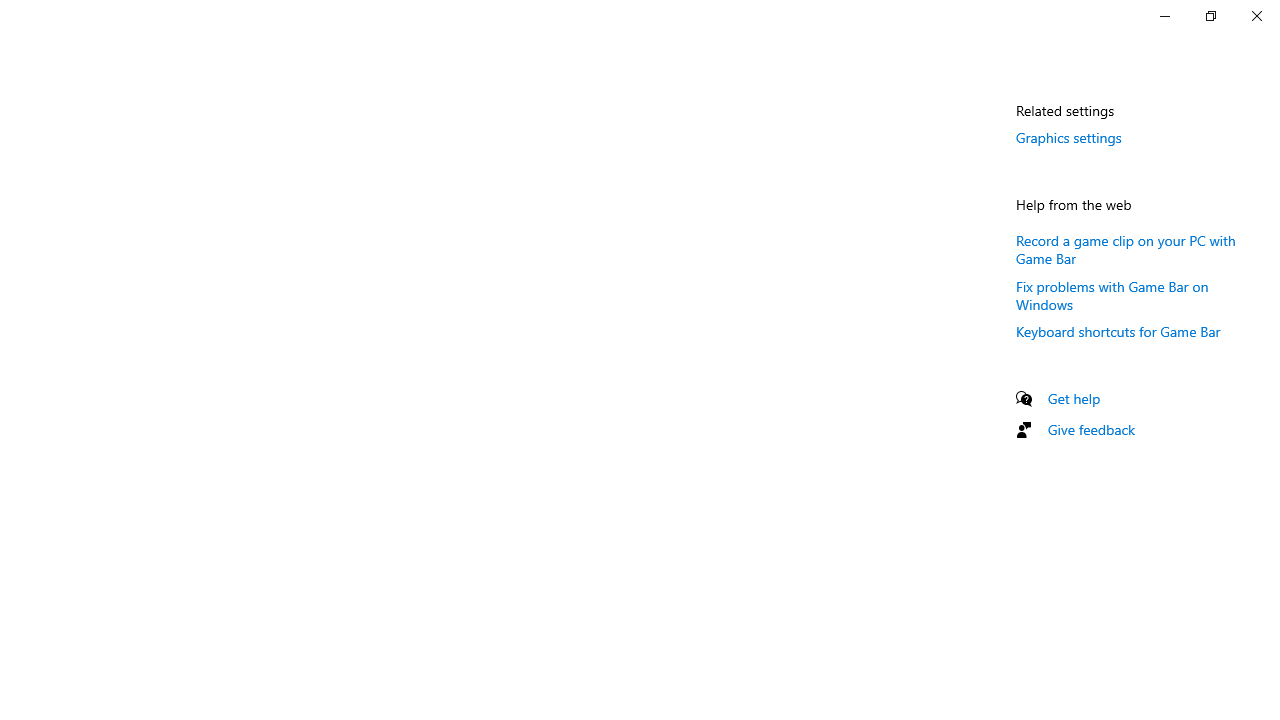 The width and height of the screenshot is (1280, 720). What do you see at coordinates (1068, 136) in the screenshot?
I see `'Graphics settings'` at bounding box center [1068, 136].